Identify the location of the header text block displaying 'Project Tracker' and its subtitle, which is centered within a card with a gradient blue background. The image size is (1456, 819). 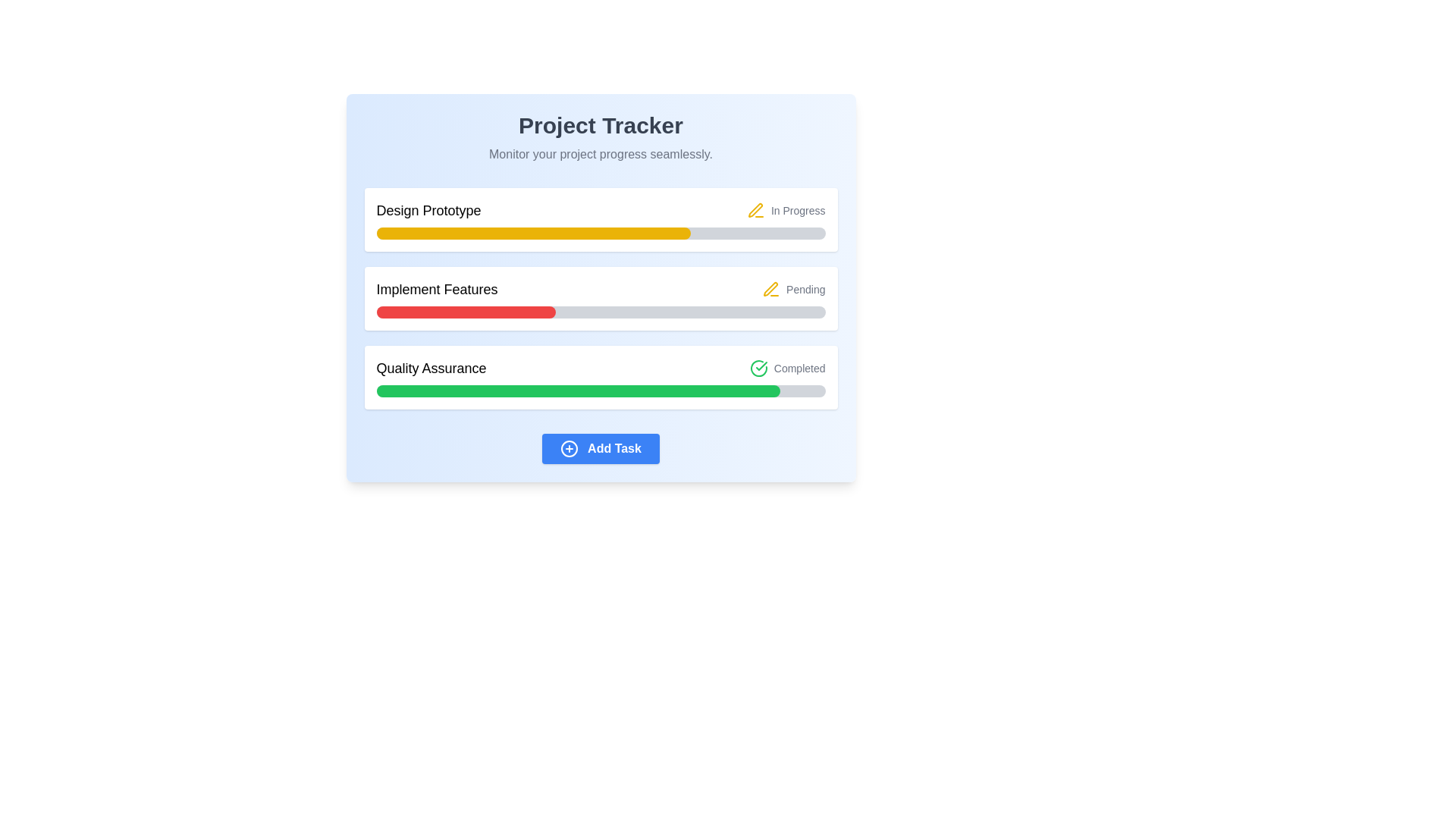
(600, 137).